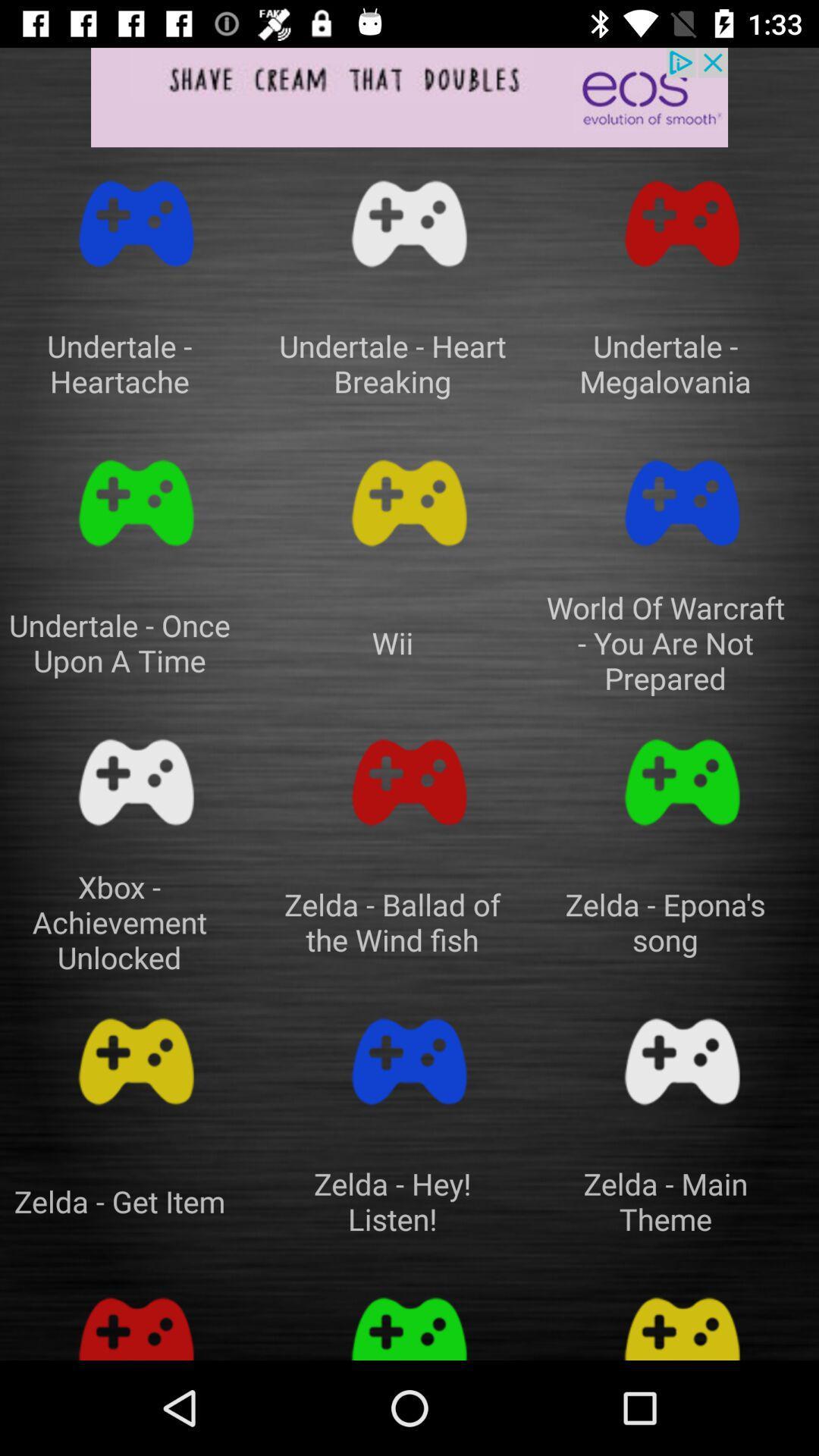 The height and width of the screenshot is (1456, 819). I want to click on click on game, so click(136, 503).